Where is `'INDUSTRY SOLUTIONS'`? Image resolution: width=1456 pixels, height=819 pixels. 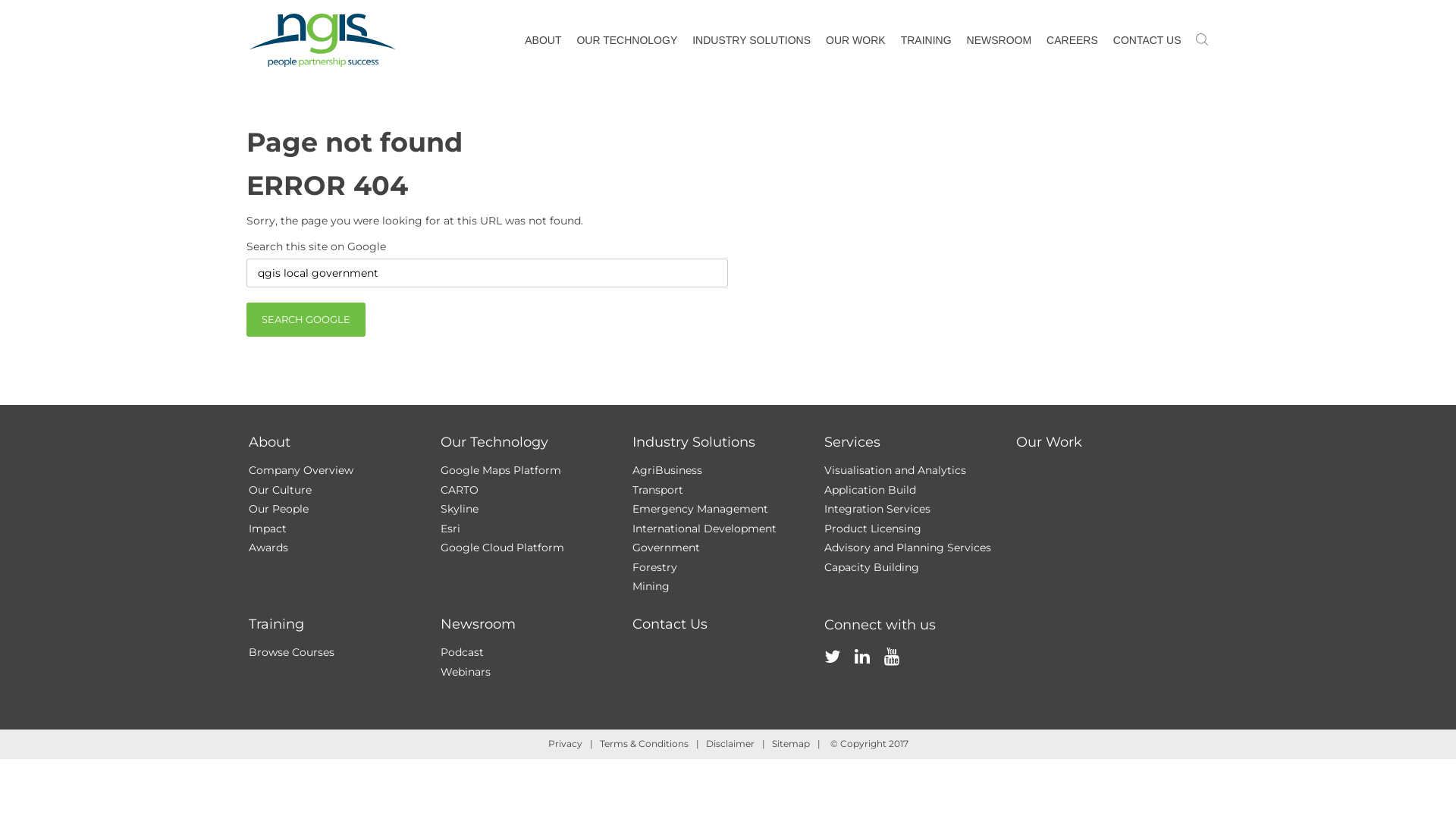 'INDUSTRY SOLUTIONS' is located at coordinates (751, 39).